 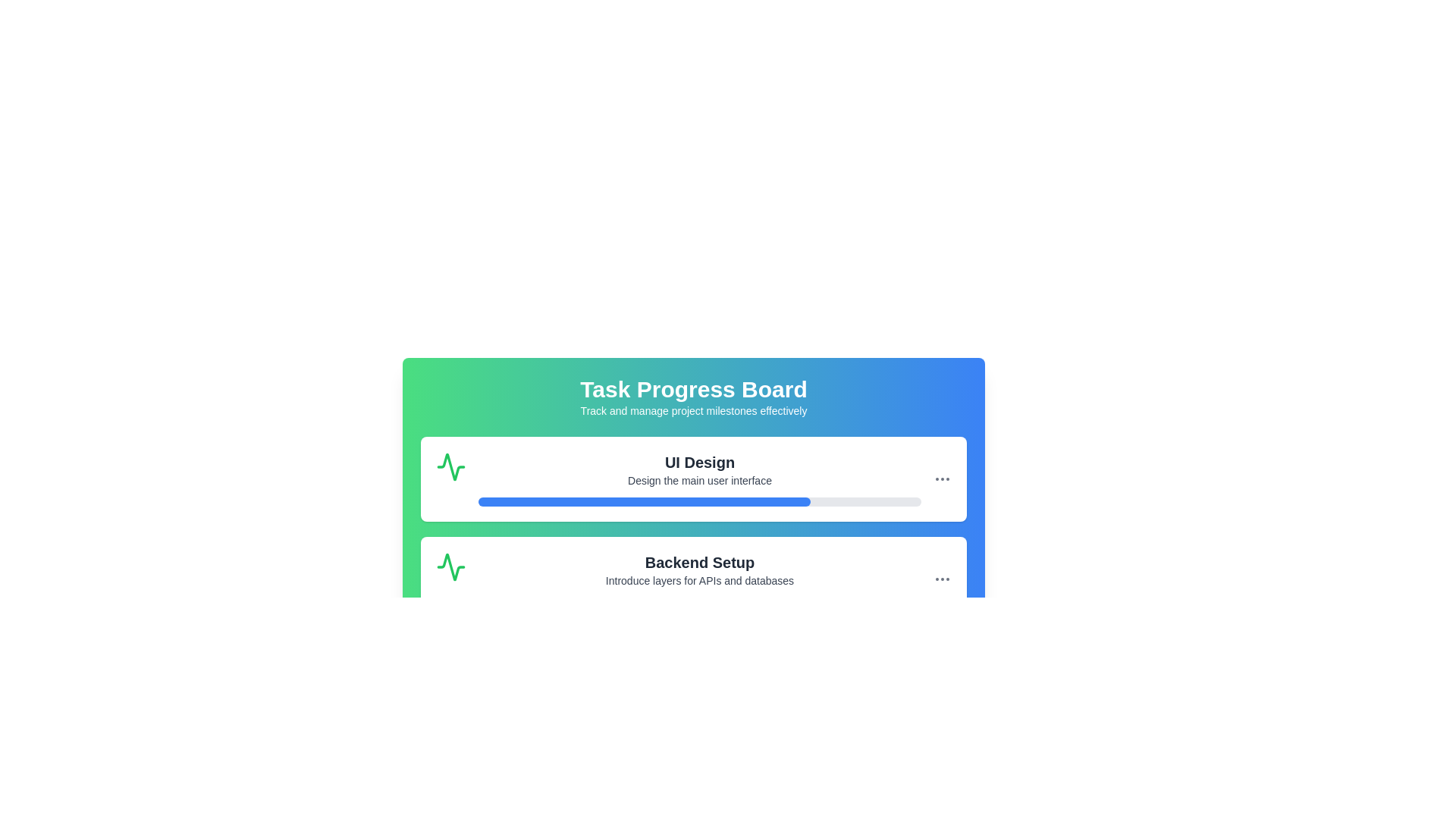 What do you see at coordinates (942, 479) in the screenshot?
I see `the button consisting of three horizontally aligned gray dots located in the top-right corner of the 'UI Design' task box` at bounding box center [942, 479].